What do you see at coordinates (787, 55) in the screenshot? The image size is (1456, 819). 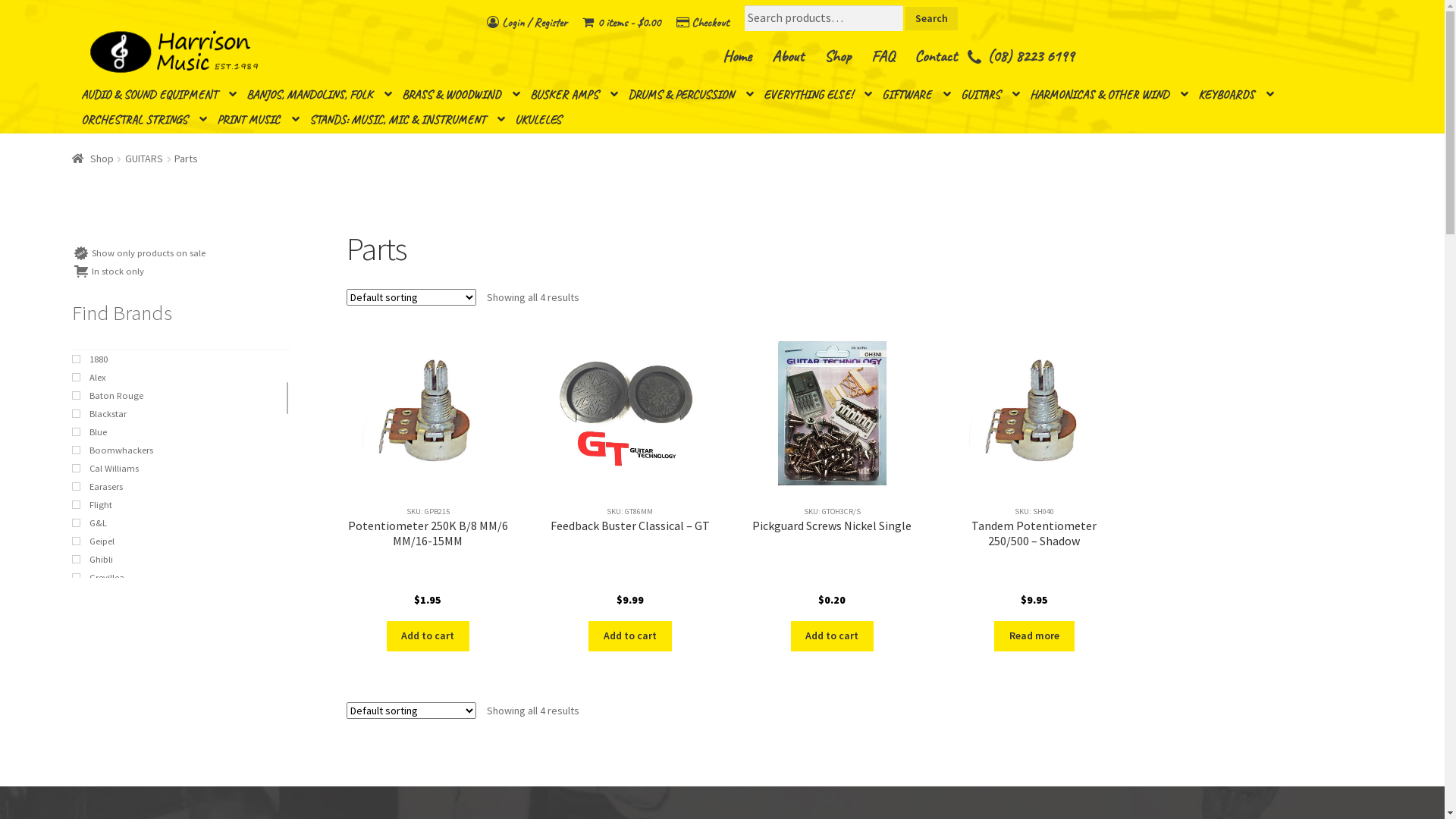 I see `'About'` at bounding box center [787, 55].